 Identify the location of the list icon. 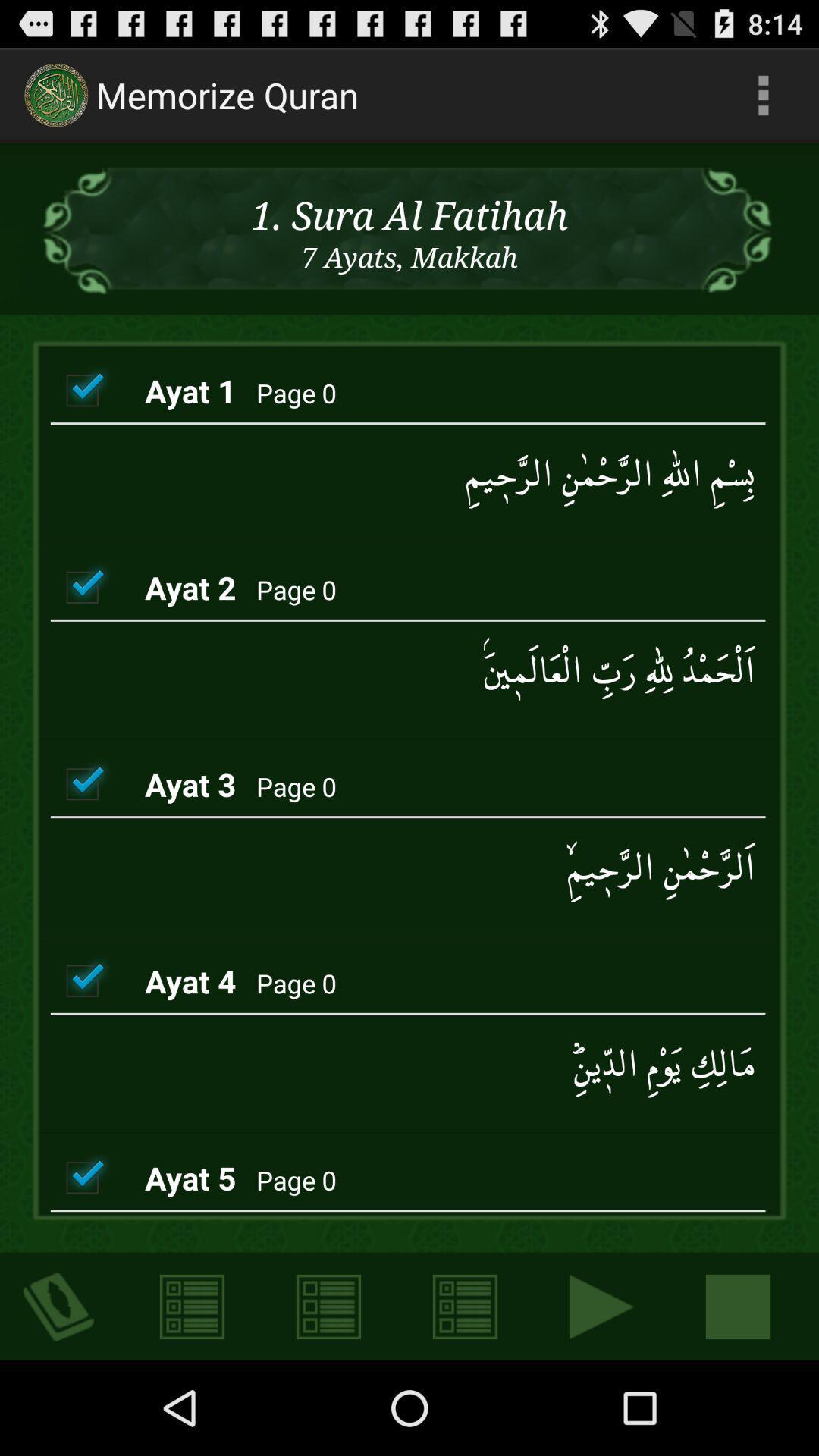
(464, 1398).